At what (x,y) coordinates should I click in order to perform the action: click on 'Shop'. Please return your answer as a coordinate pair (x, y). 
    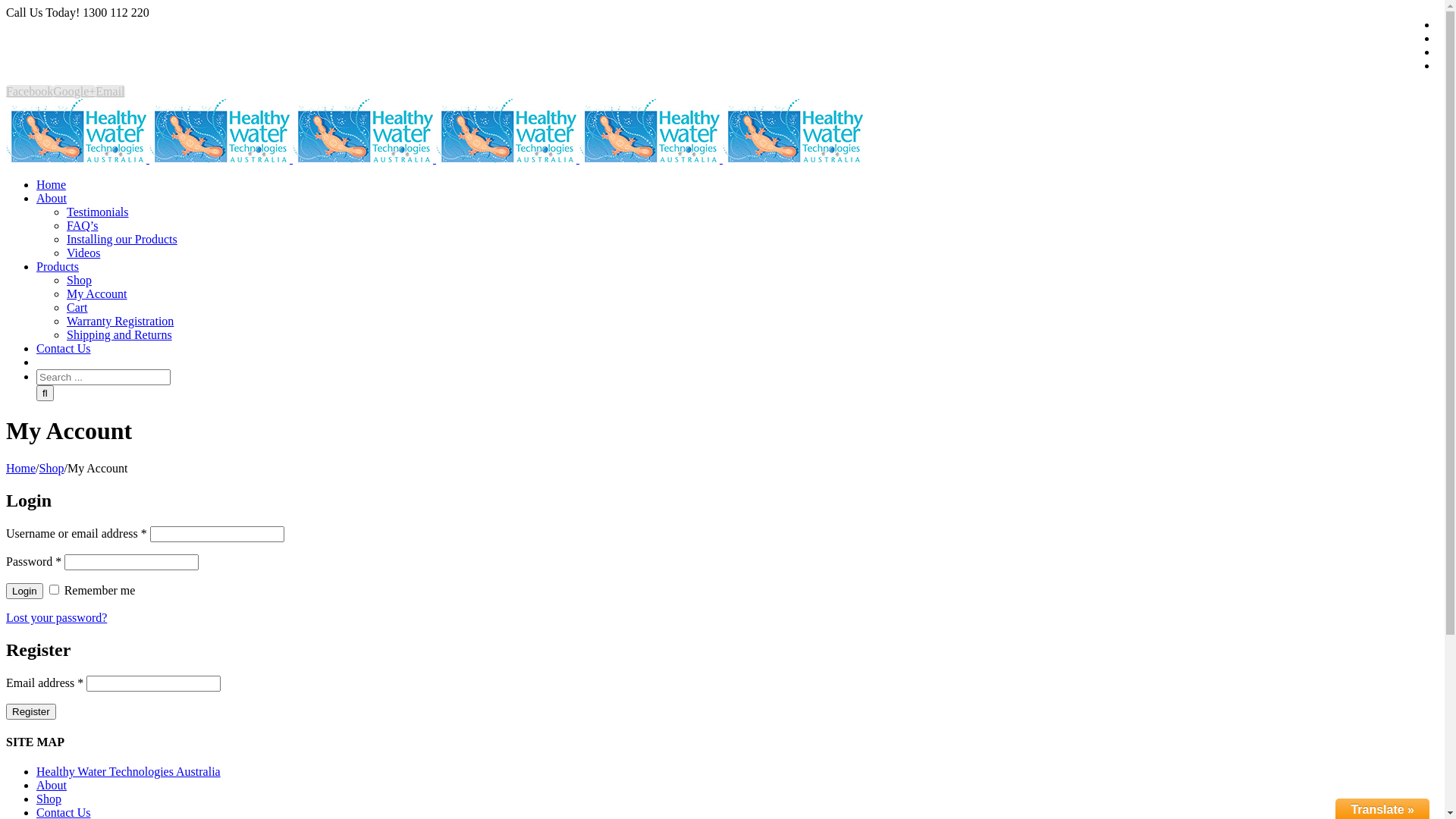
    Looking at the image, I should click on (52, 467).